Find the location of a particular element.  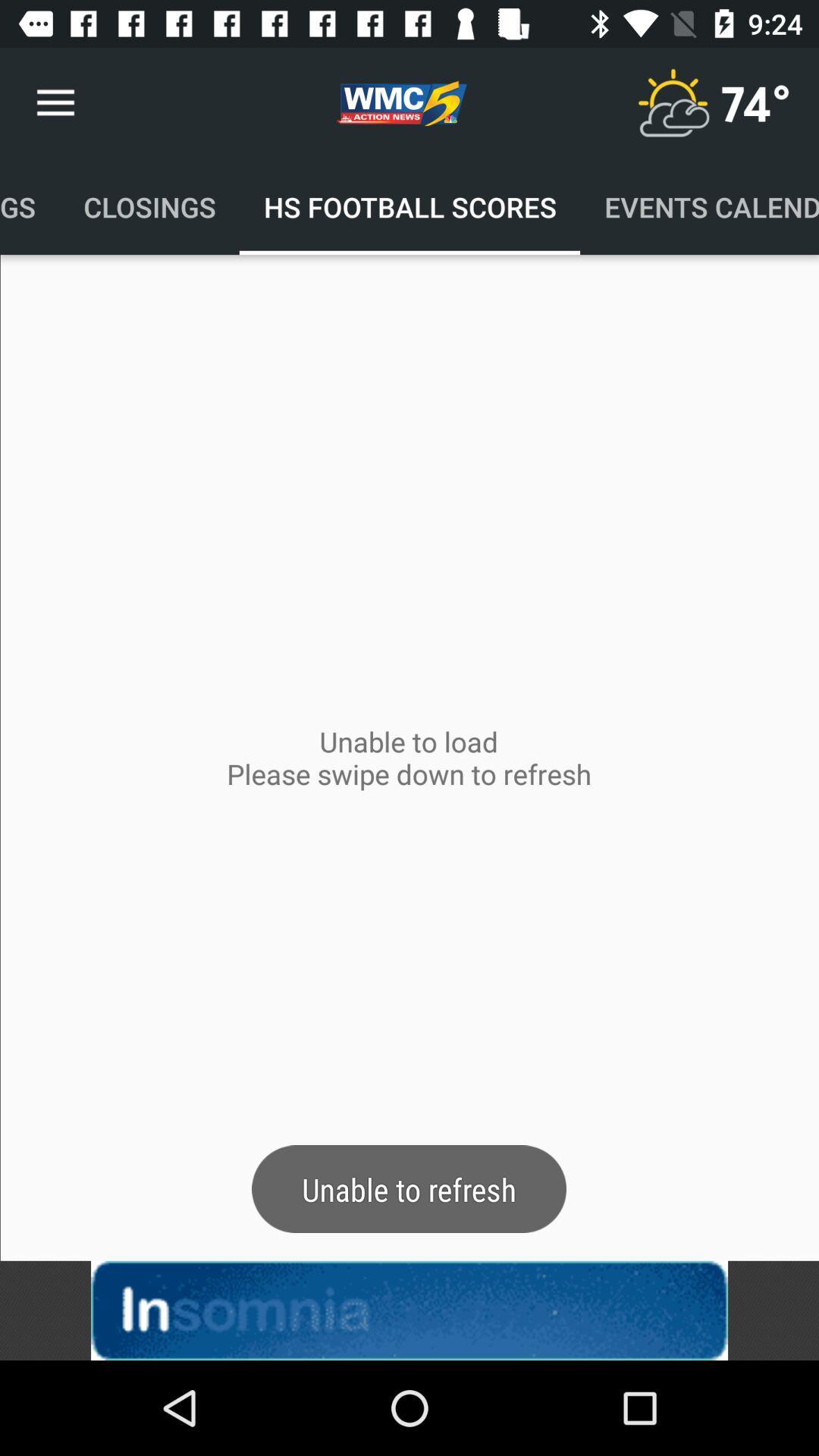

text page is located at coordinates (409, 1310).